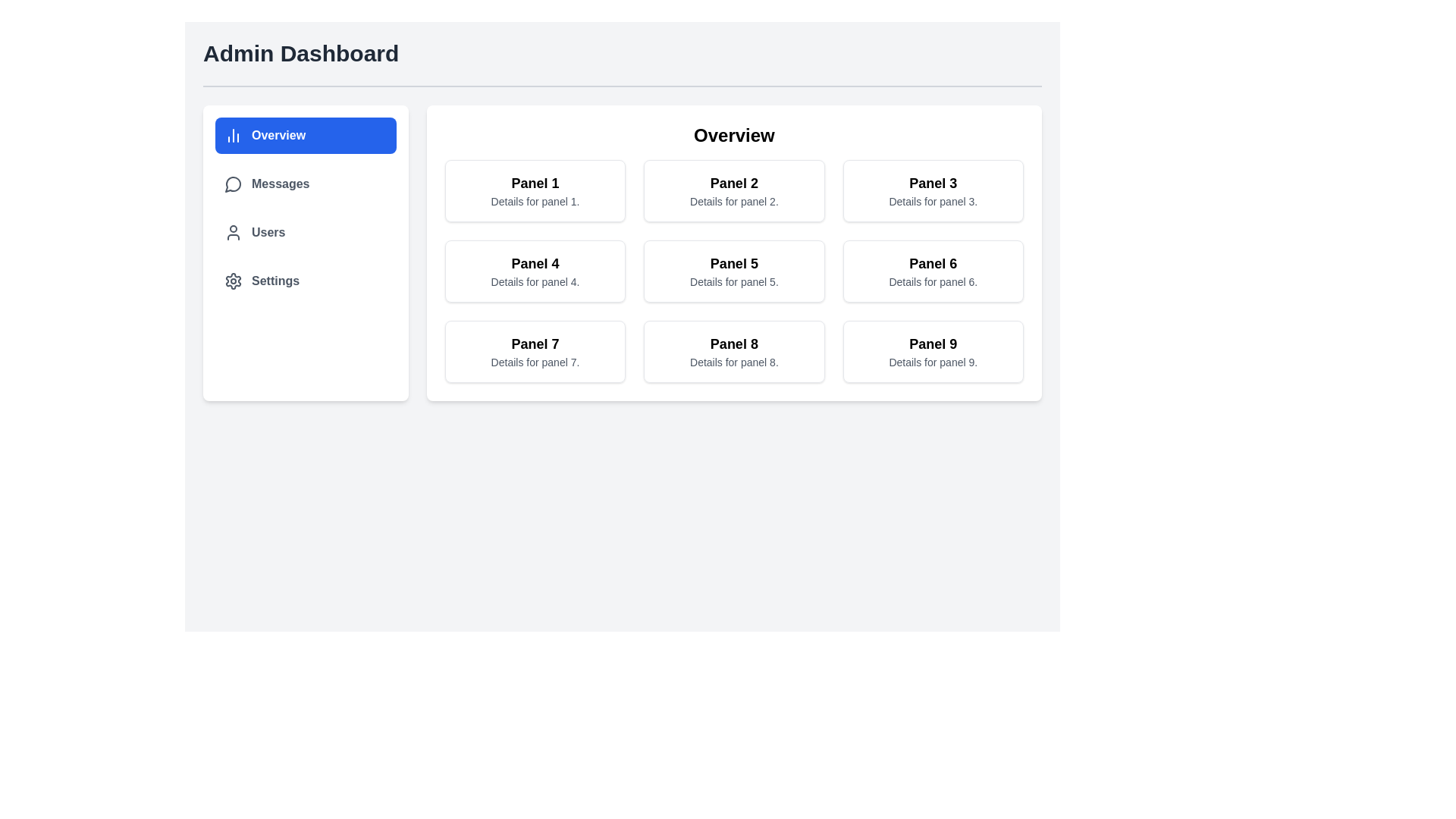 This screenshot has width=1456, height=819. Describe the element at coordinates (734, 344) in the screenshot. I see `the text label identifying 'Panel 8', which is located in the second row and second column of a 3x3 grid under the 'Overview' section` at that location.